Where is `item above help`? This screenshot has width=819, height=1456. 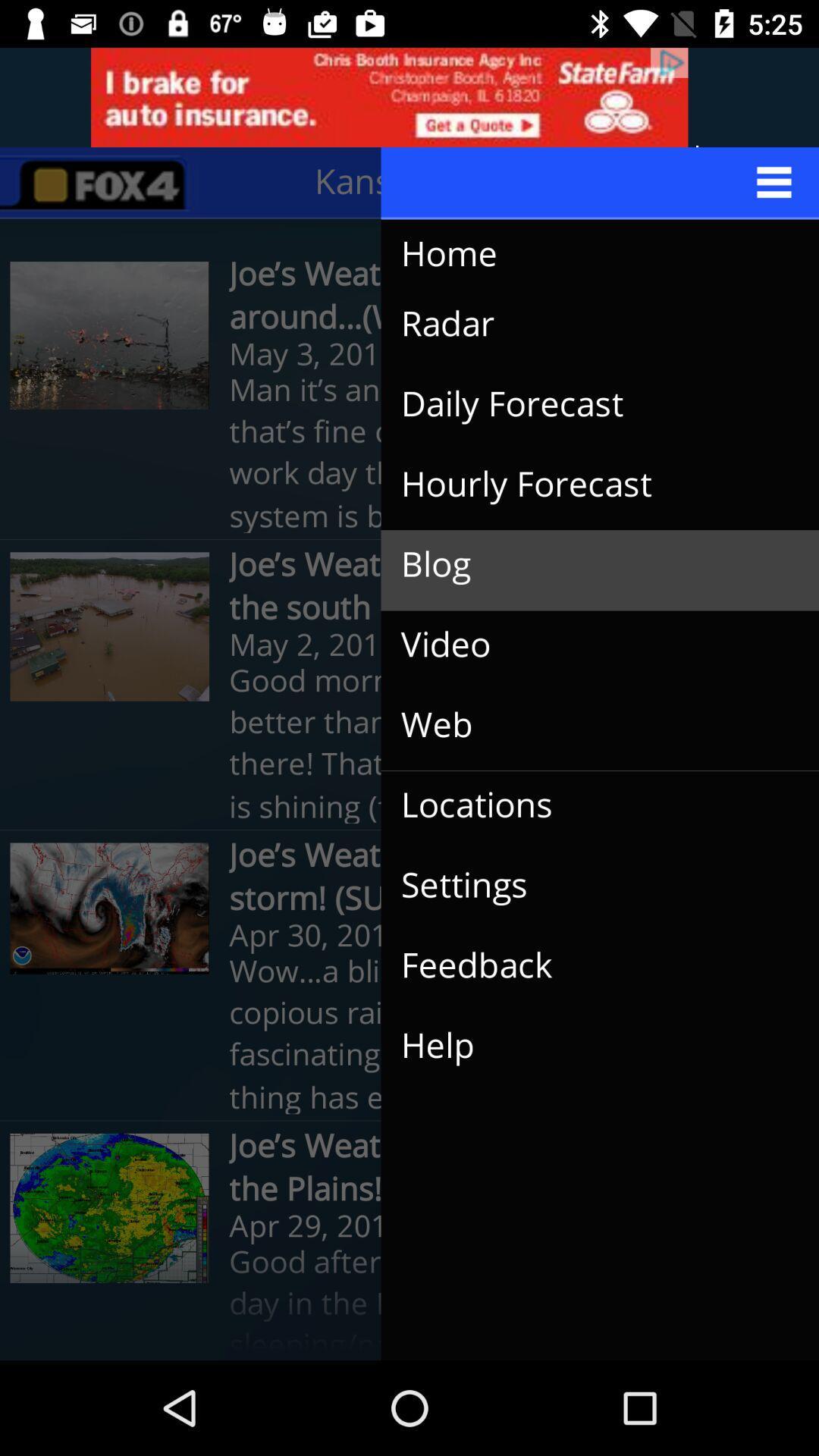
item above help is located at coordinates (587, 965).